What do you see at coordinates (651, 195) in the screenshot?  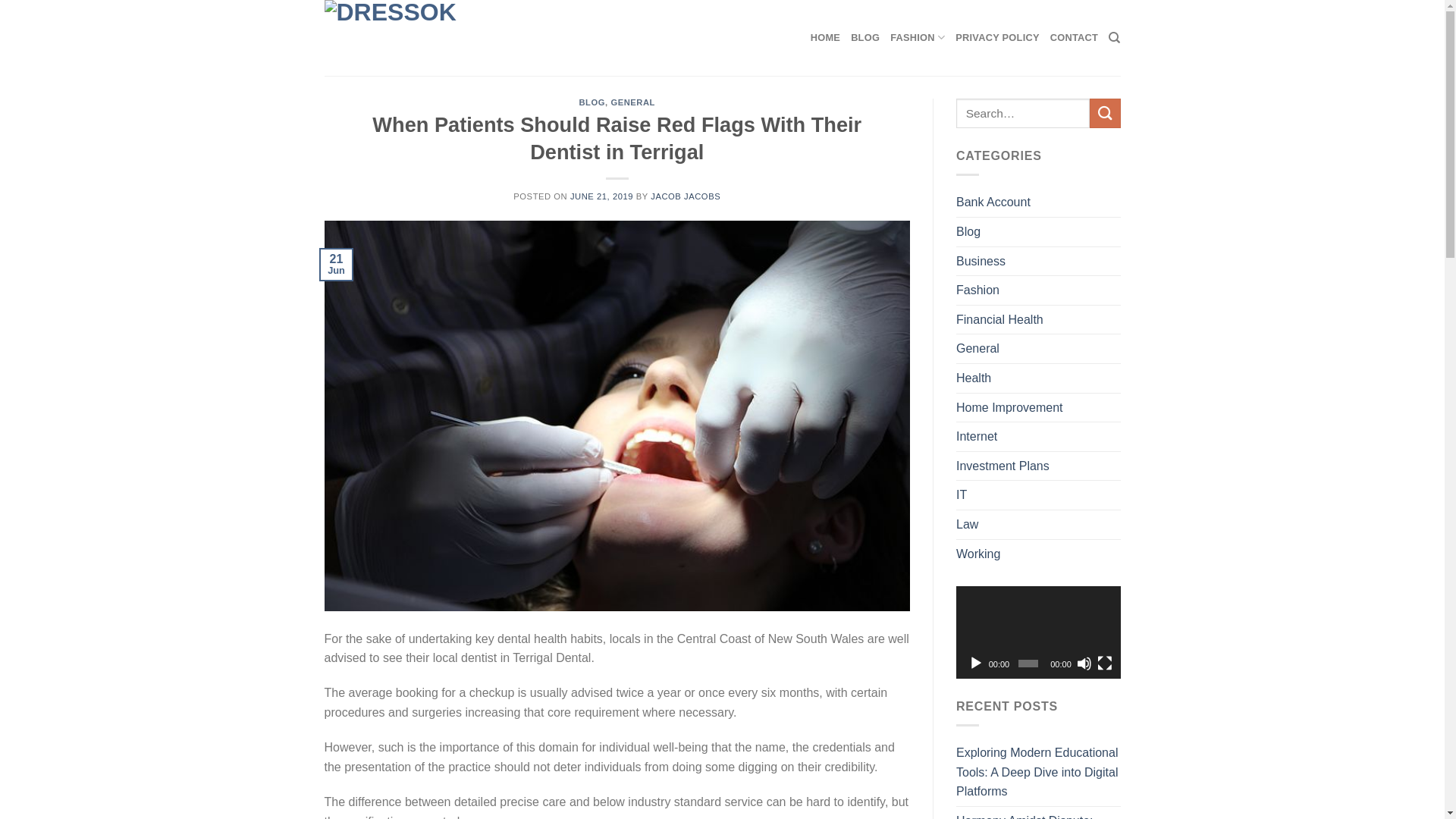 I see `'JACOB JACOBS'` at bounding box center [651, 195].